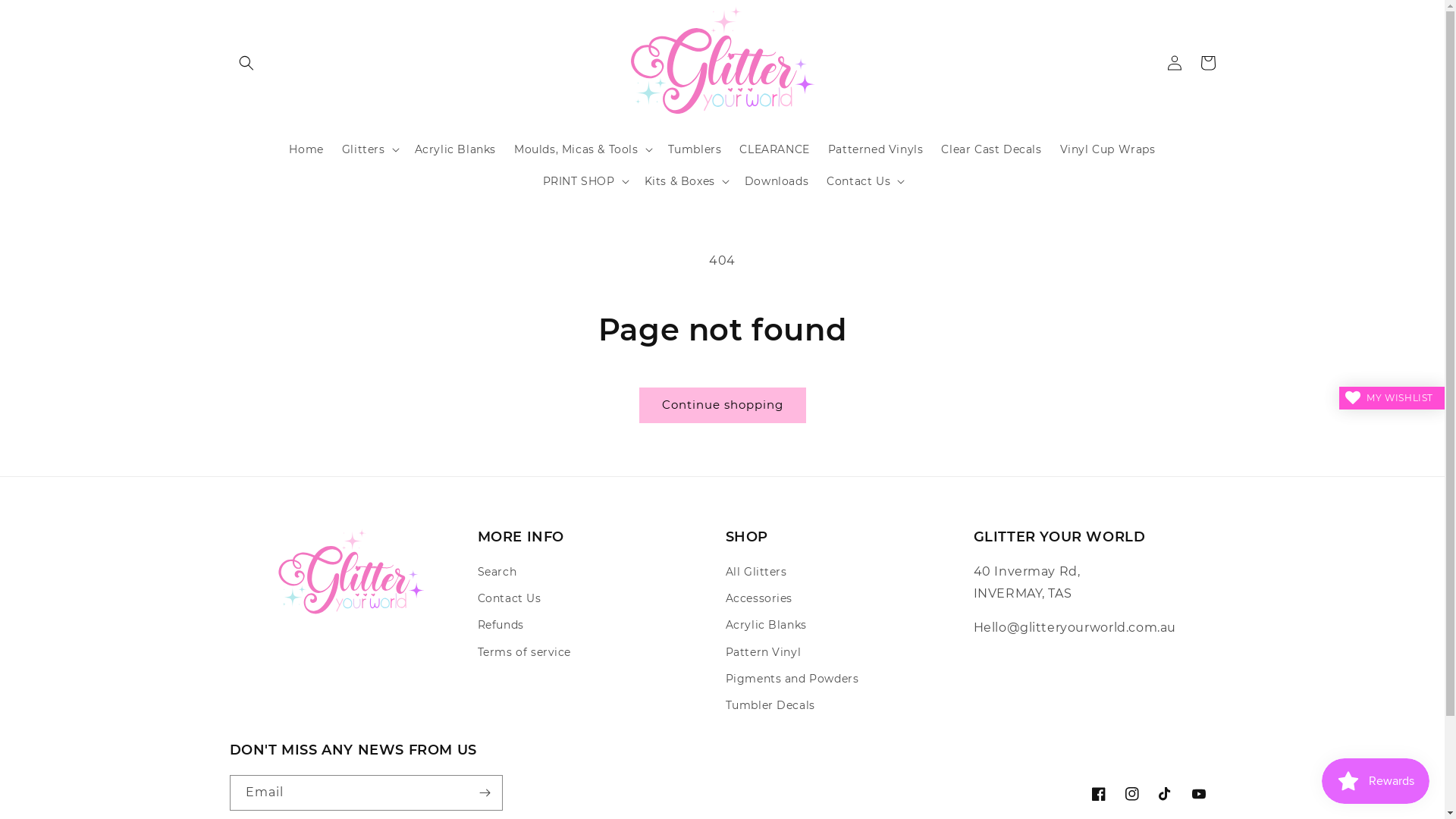  What do you see at coordinates (1114, 792) in the screenshot?
I see `'Instagram'` at bounding box center [1114, 792].